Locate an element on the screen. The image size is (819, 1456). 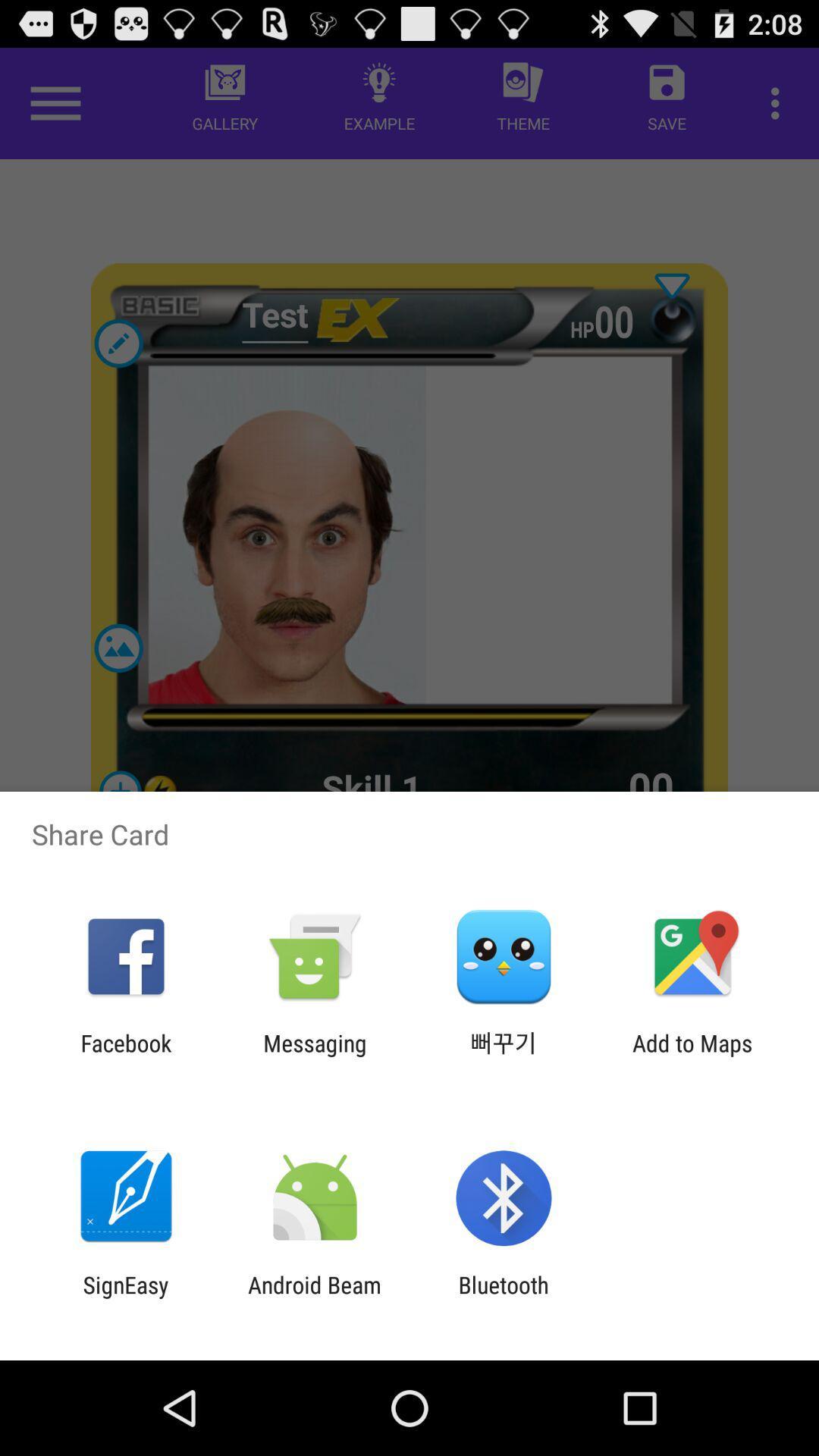
the app next to the android beam icon is located at coordinates (504, 1298).